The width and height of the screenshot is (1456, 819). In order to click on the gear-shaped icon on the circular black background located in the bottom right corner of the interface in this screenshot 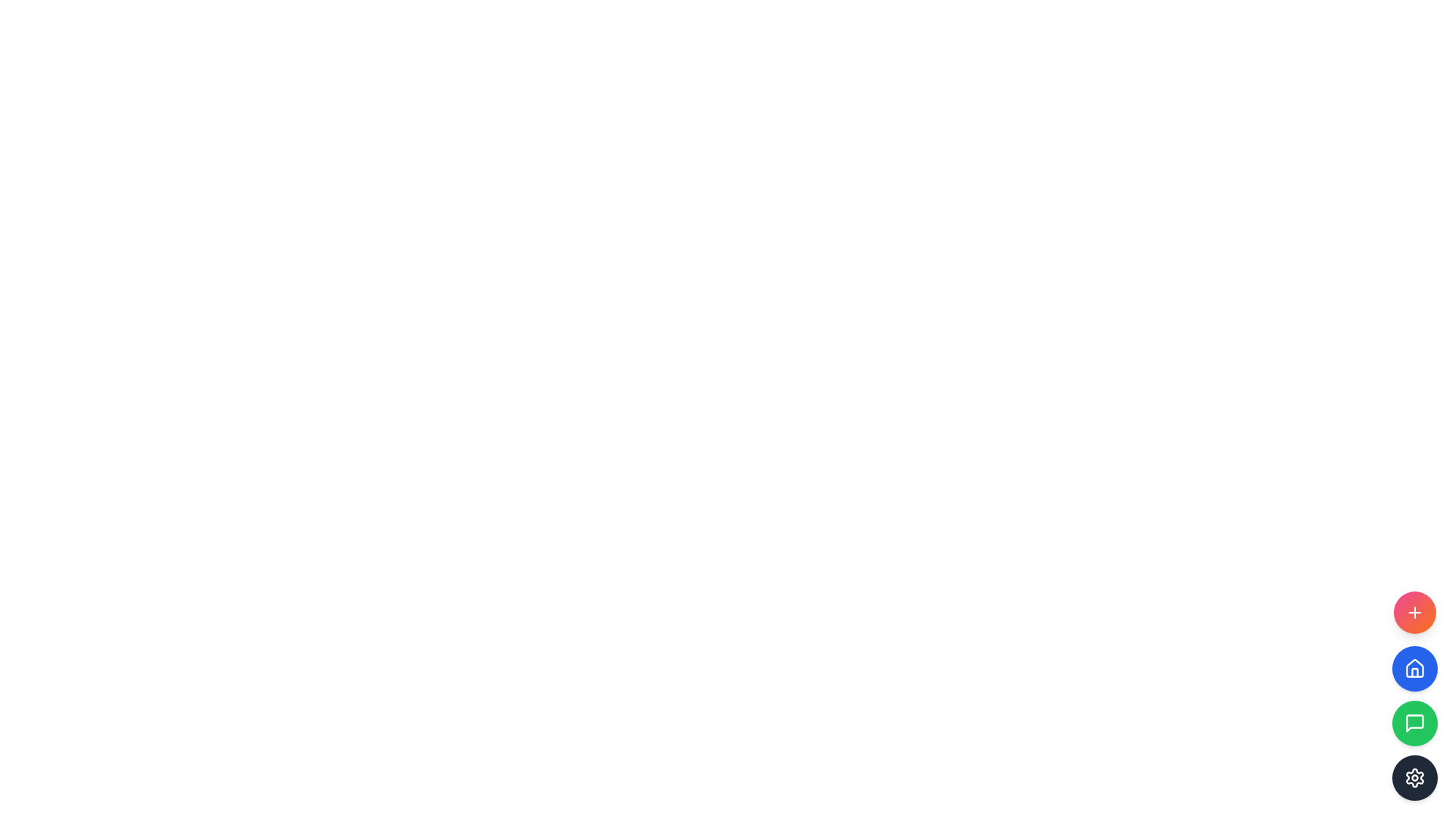, I will do `click(1414, 778)`.